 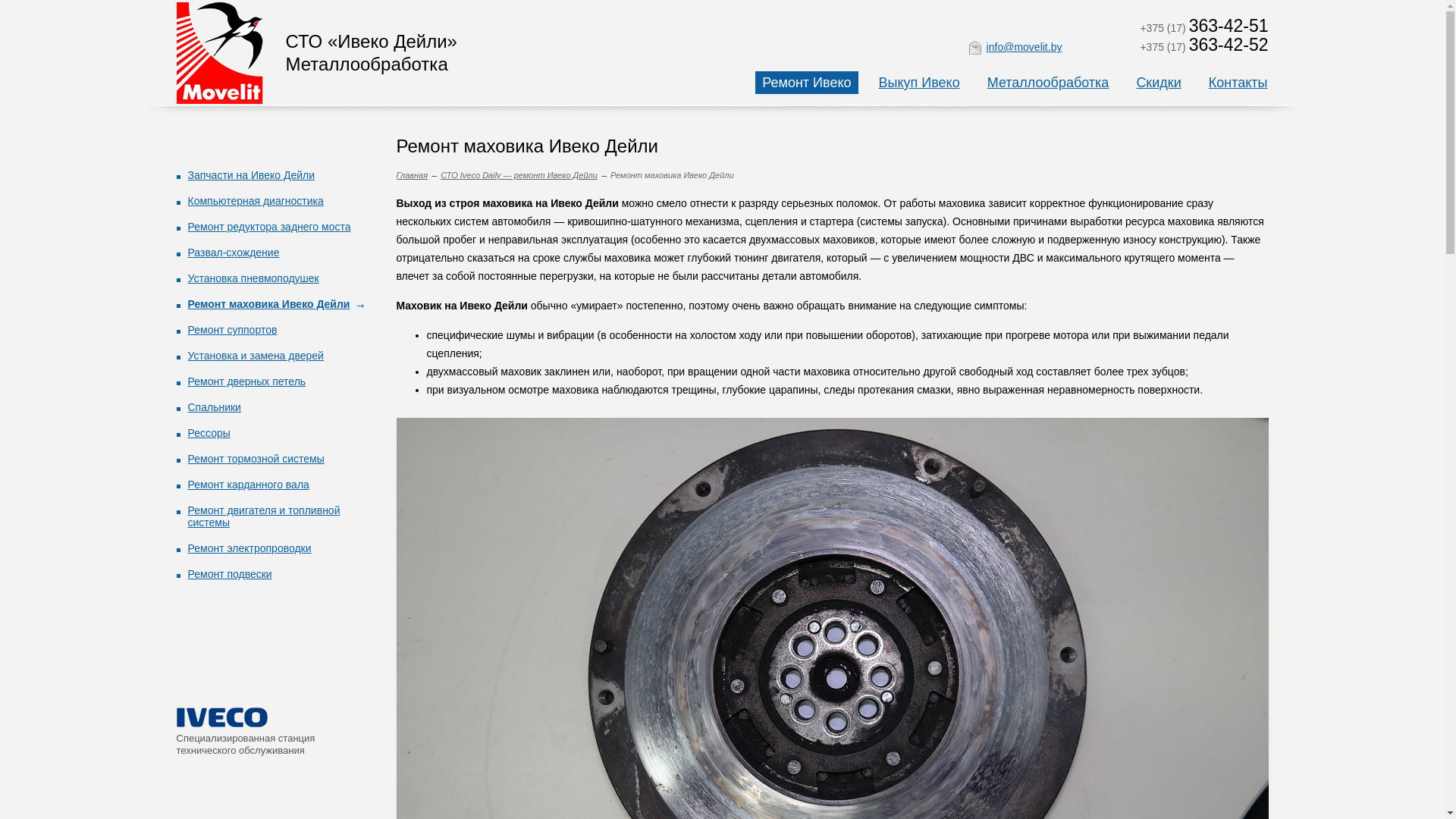 I want to click on '+375 (17) 363-42-52', so click(x=1203, y=45).